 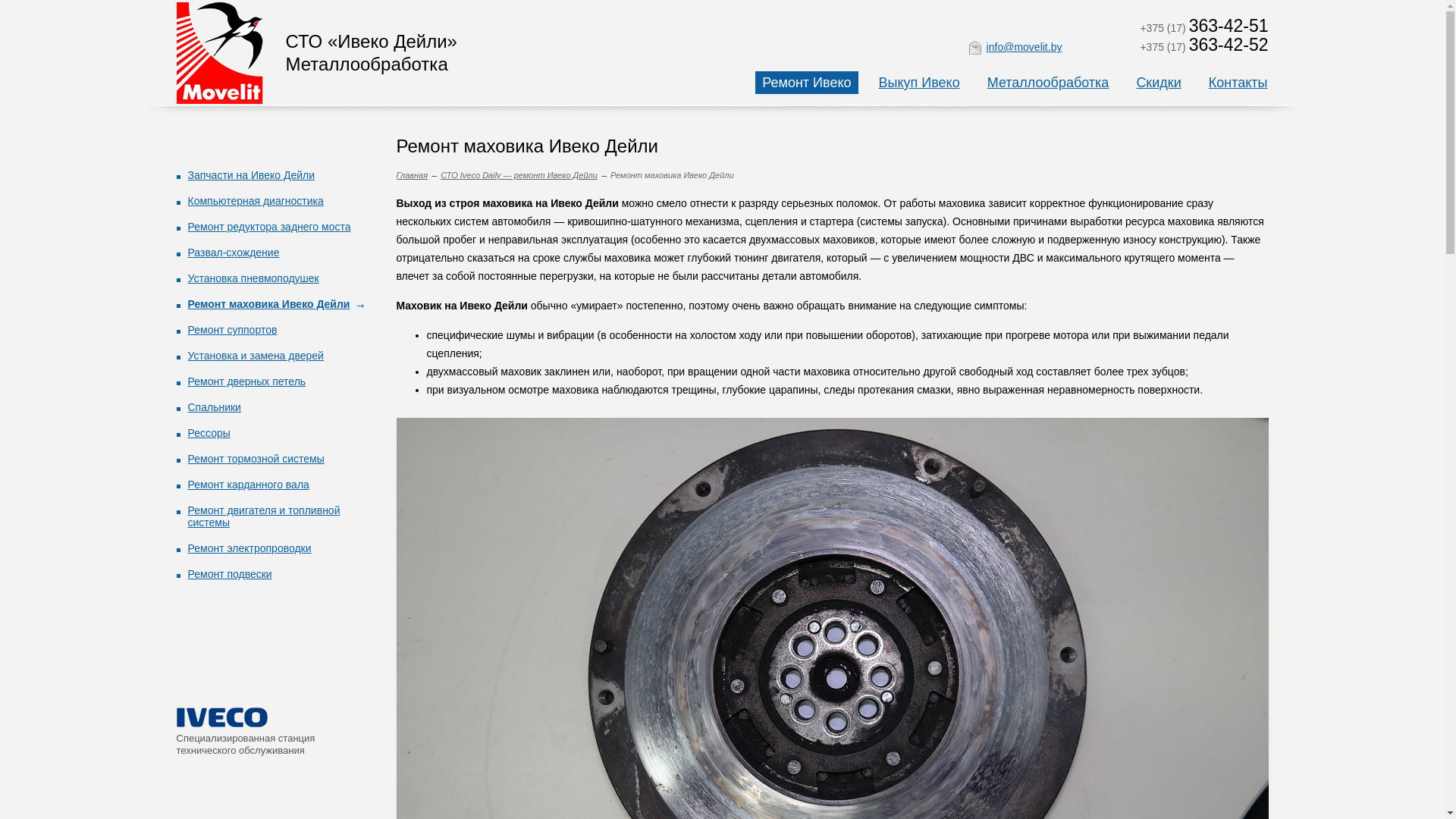 I want to click on '+375 (17) 363-42-52', so click(x=1203, y=45).